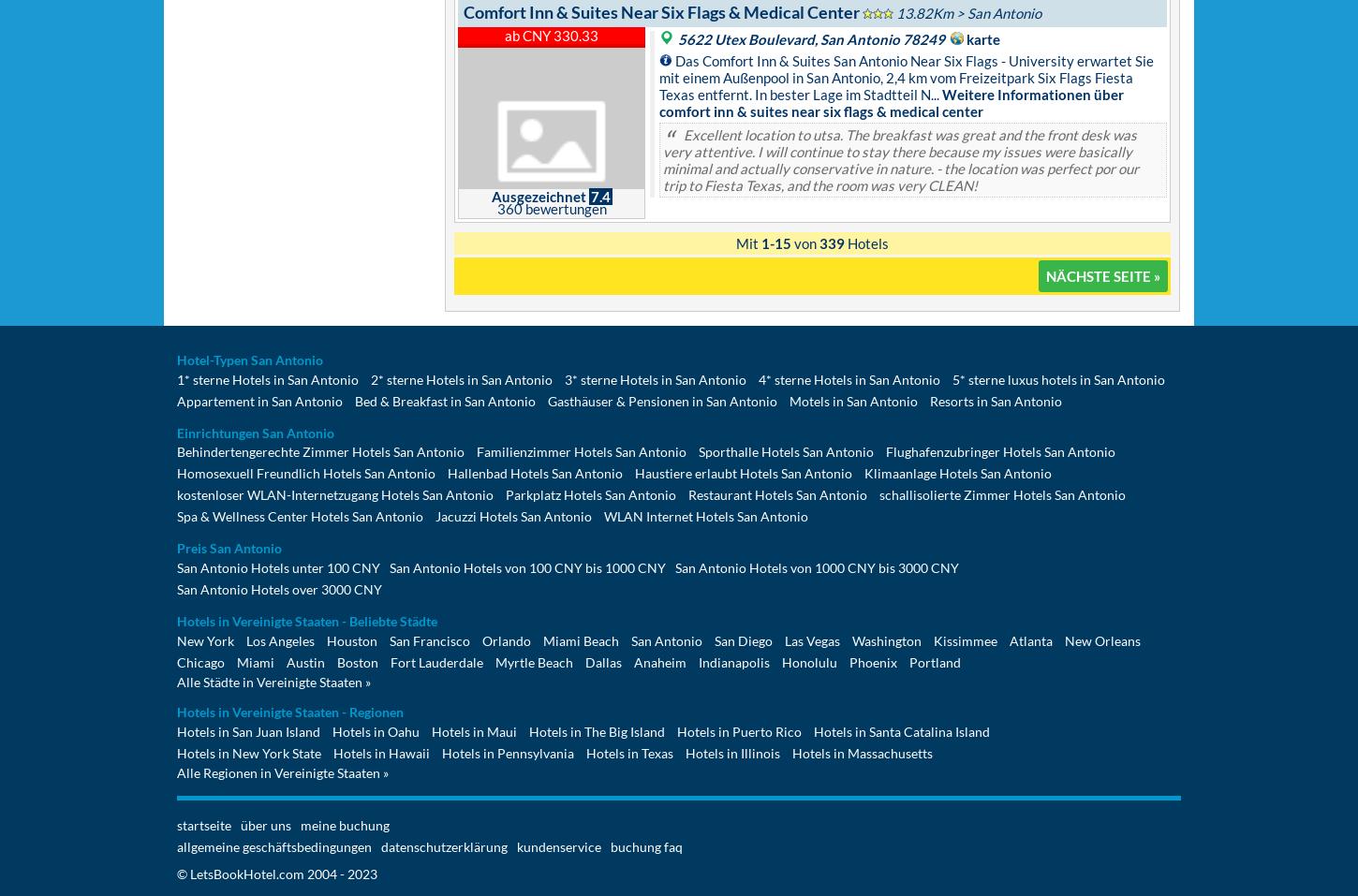  Describe the element at coordinates (435, 662) in the screenshot. I see `'Fort Lauderdale'` at that location.